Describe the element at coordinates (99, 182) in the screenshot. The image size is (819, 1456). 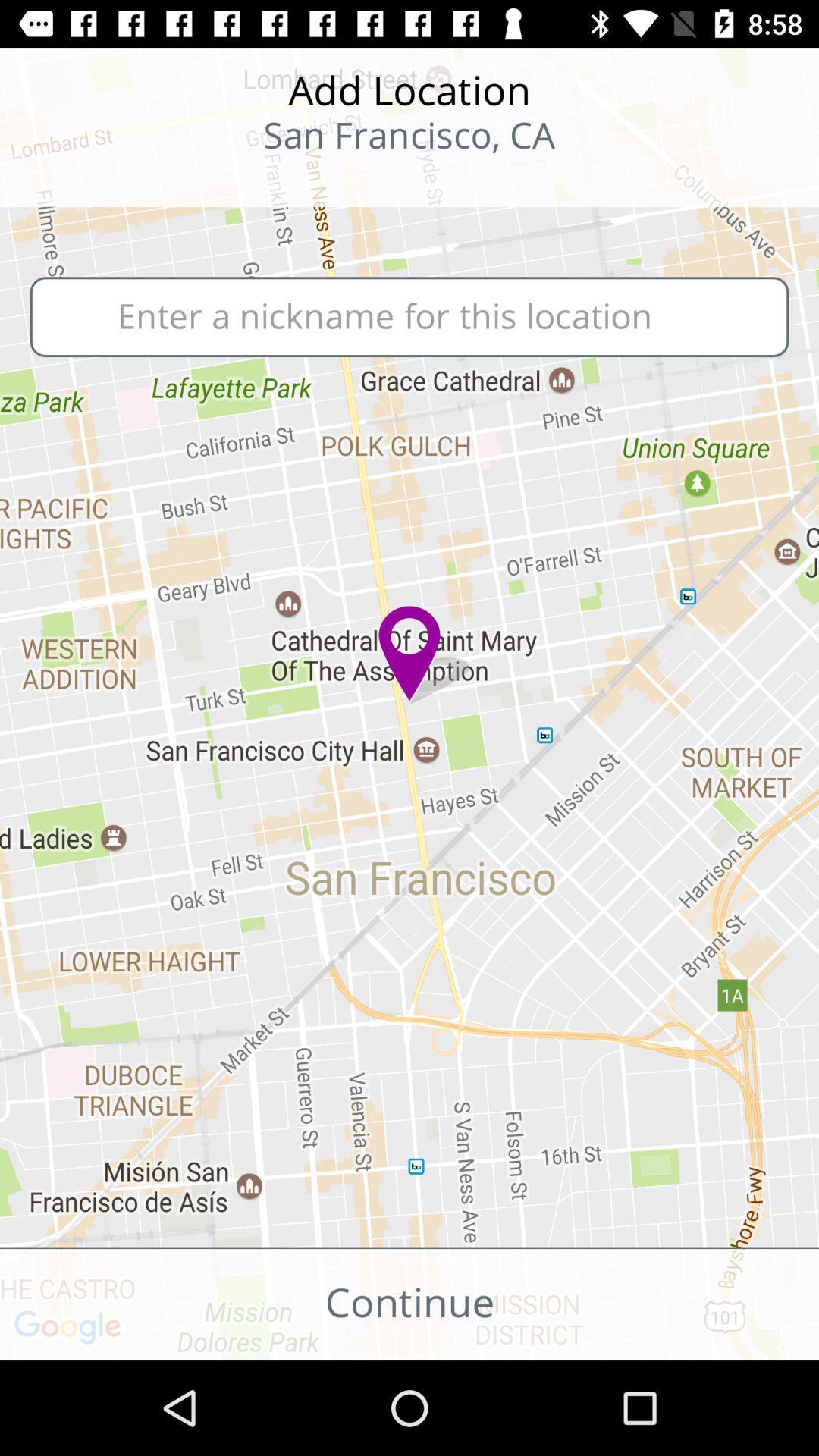
I see `the star icon` at that location.